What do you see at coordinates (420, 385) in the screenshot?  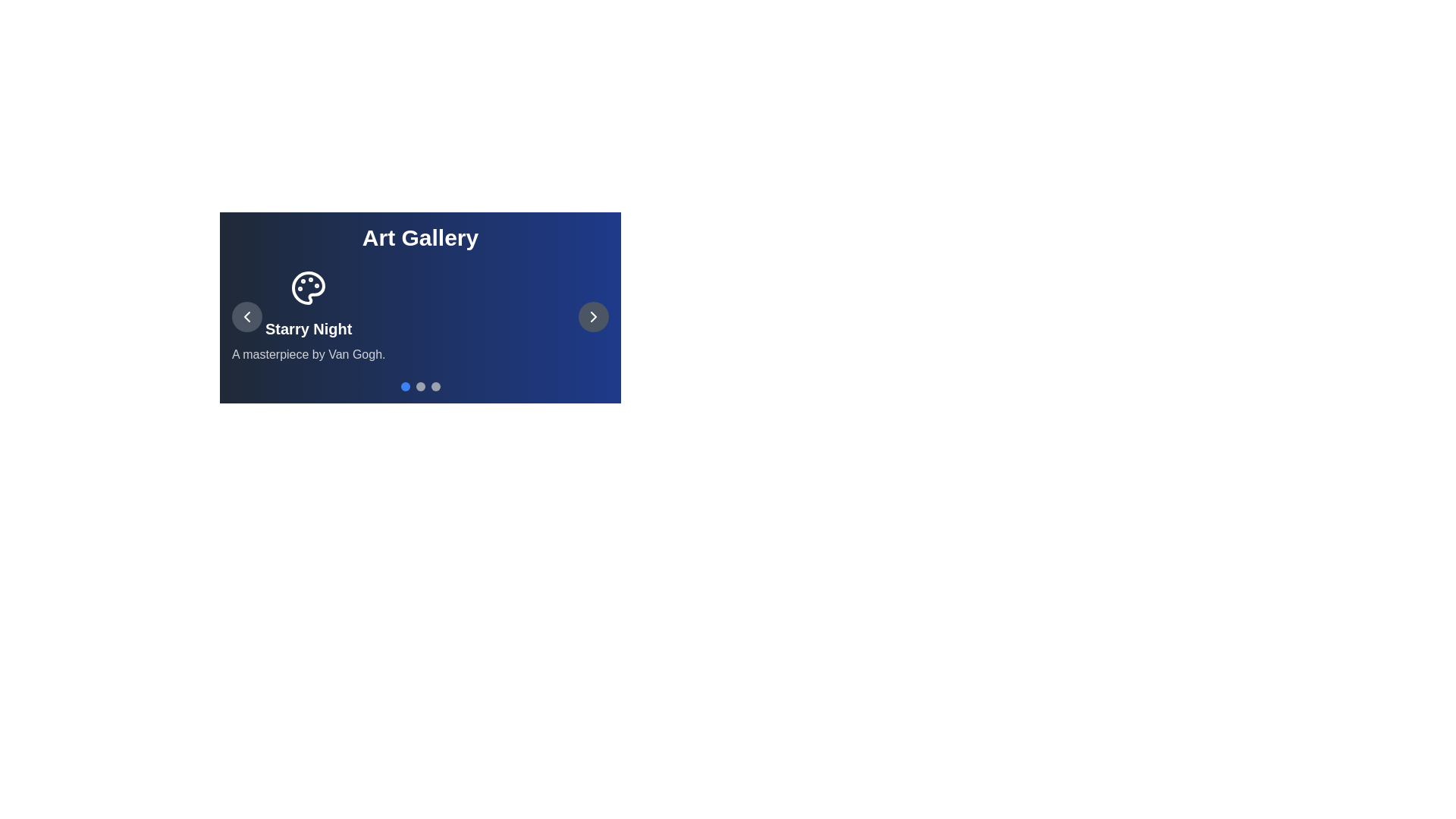 I see `the indicator dot corresponding to 1` at bounding box center [420, 385].